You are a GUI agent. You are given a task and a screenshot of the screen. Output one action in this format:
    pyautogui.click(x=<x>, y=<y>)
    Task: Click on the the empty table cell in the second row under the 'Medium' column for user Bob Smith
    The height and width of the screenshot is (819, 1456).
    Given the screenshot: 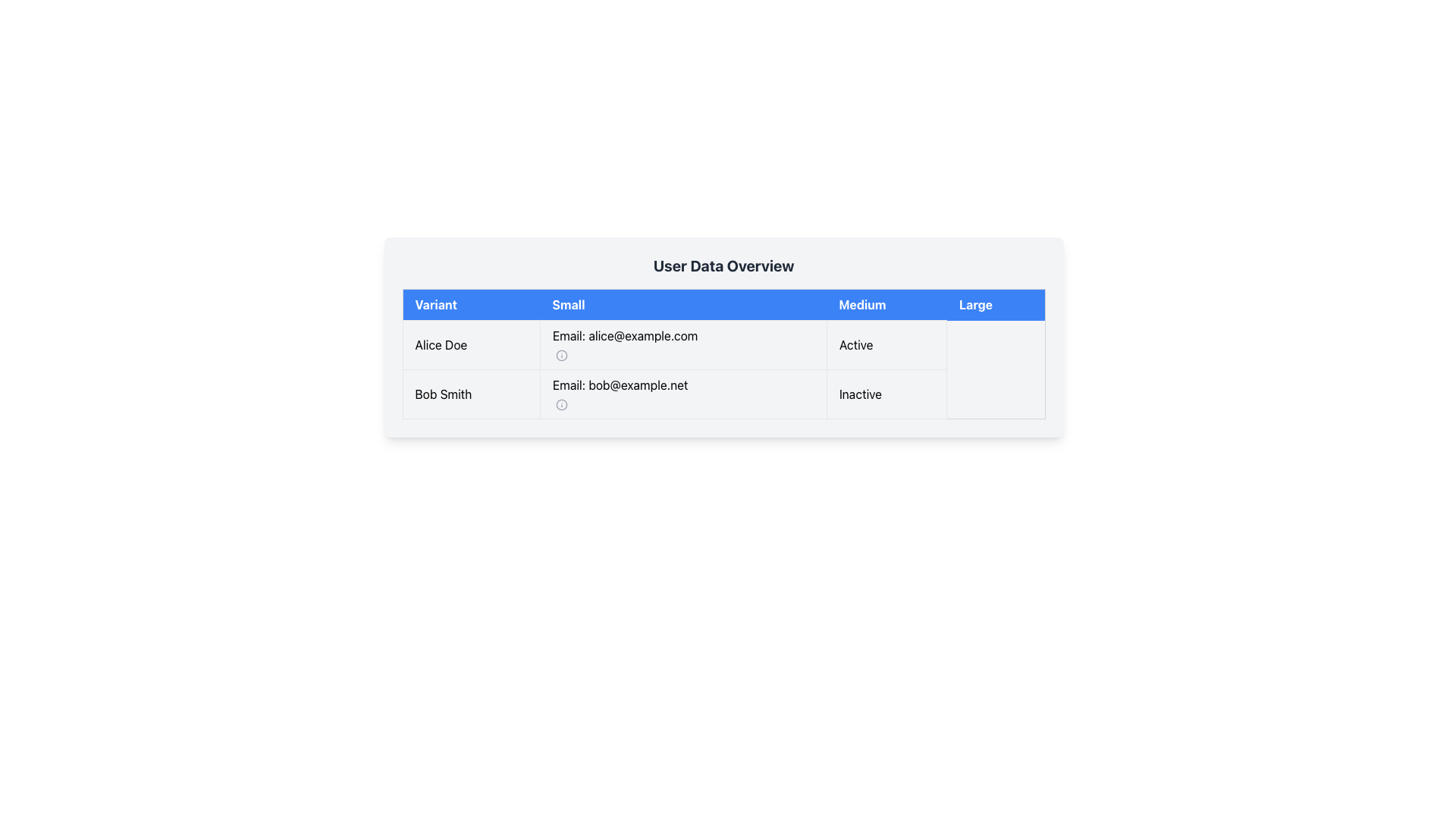 What is the action you would take?
    pyautogui.click(x=723, y=369)
    